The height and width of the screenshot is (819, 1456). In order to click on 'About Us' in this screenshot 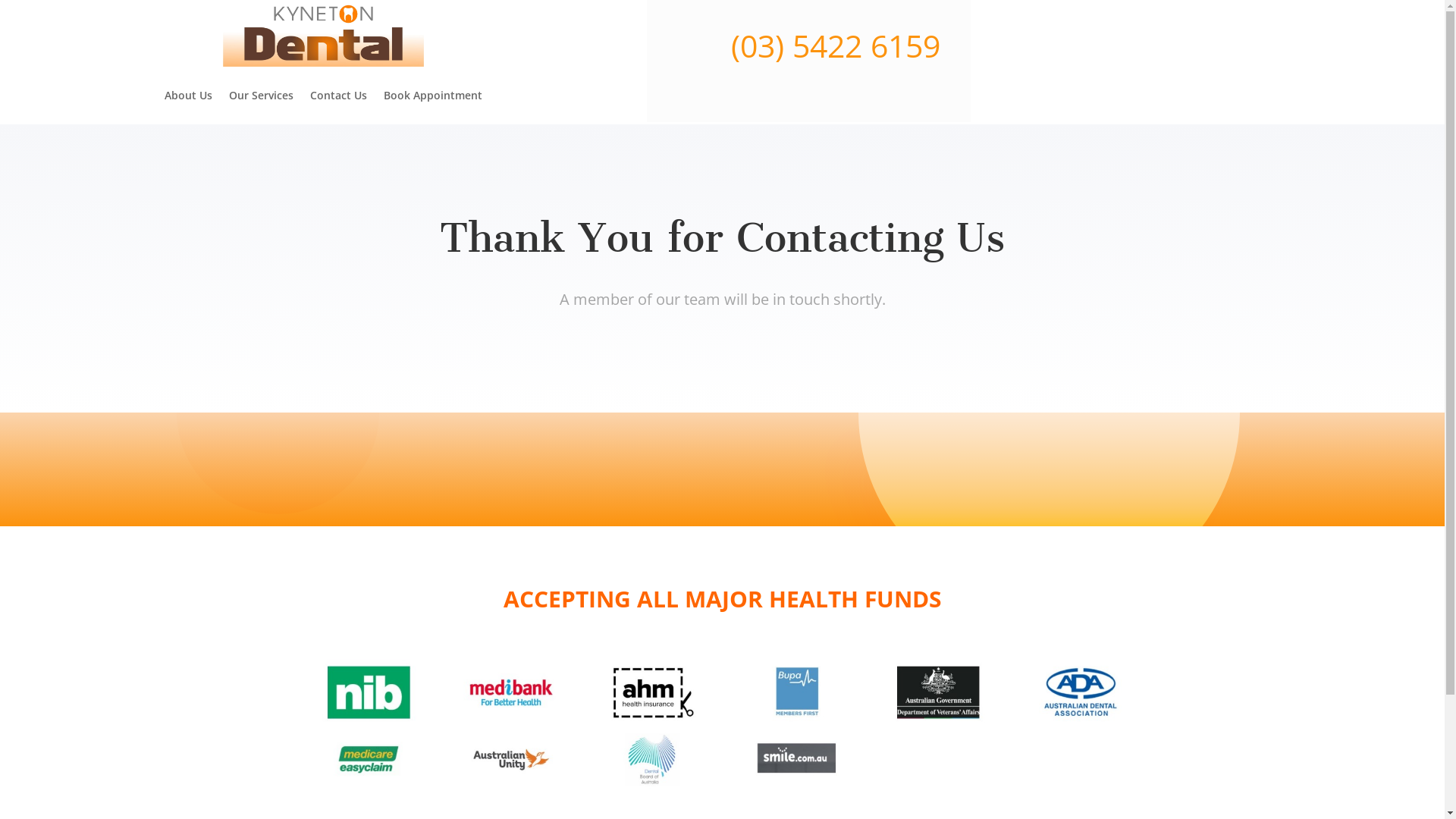, I will do `click(187, 96)`.